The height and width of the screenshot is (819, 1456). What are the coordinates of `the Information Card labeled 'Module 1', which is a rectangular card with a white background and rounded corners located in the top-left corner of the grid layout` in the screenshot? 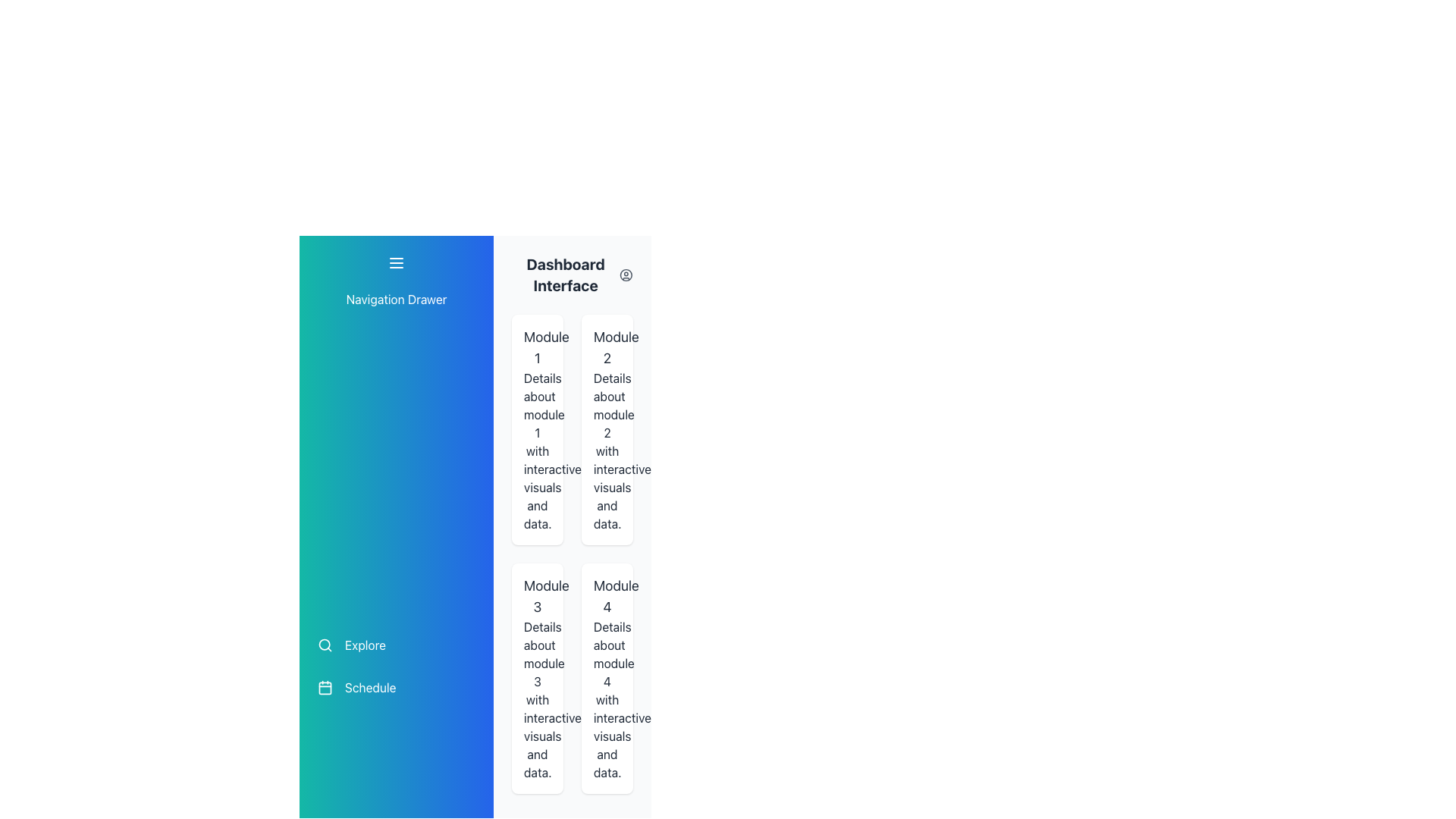 It's located at (538, 430).